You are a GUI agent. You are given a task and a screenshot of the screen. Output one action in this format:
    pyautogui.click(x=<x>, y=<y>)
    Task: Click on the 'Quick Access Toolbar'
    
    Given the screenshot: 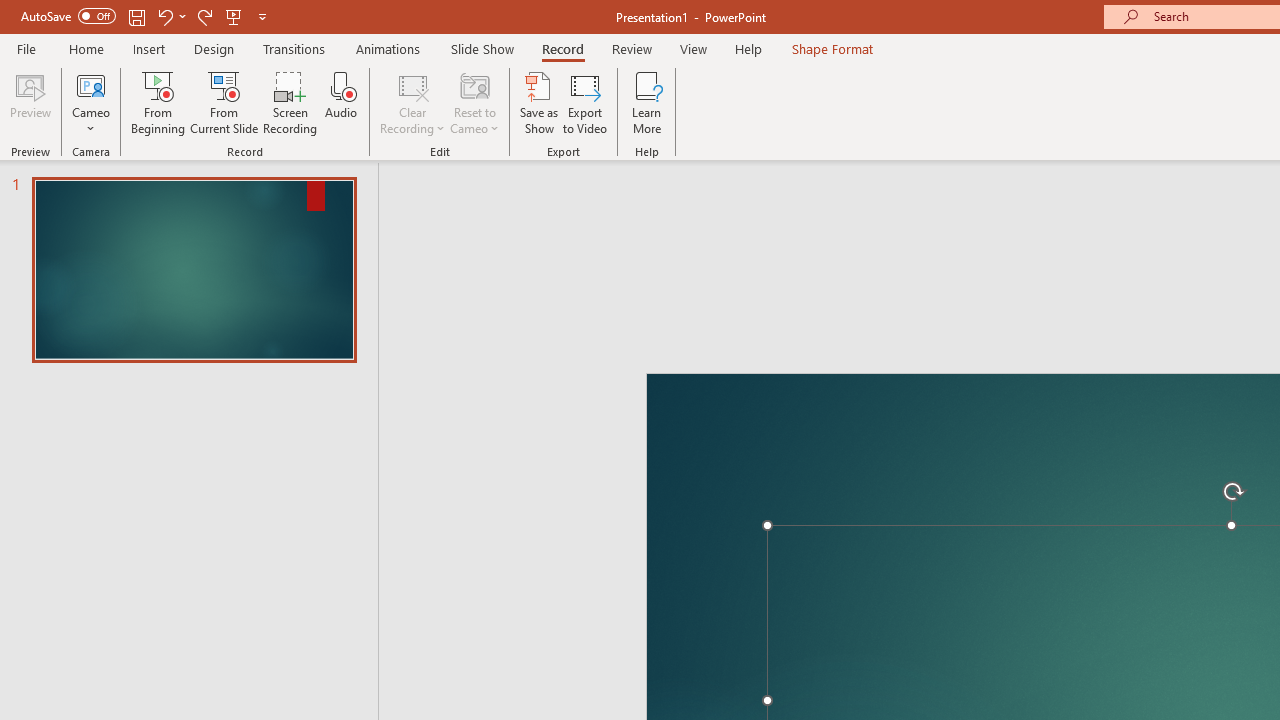 What is the action you would take?
    pyautogui.click(x=144, y=16)
    